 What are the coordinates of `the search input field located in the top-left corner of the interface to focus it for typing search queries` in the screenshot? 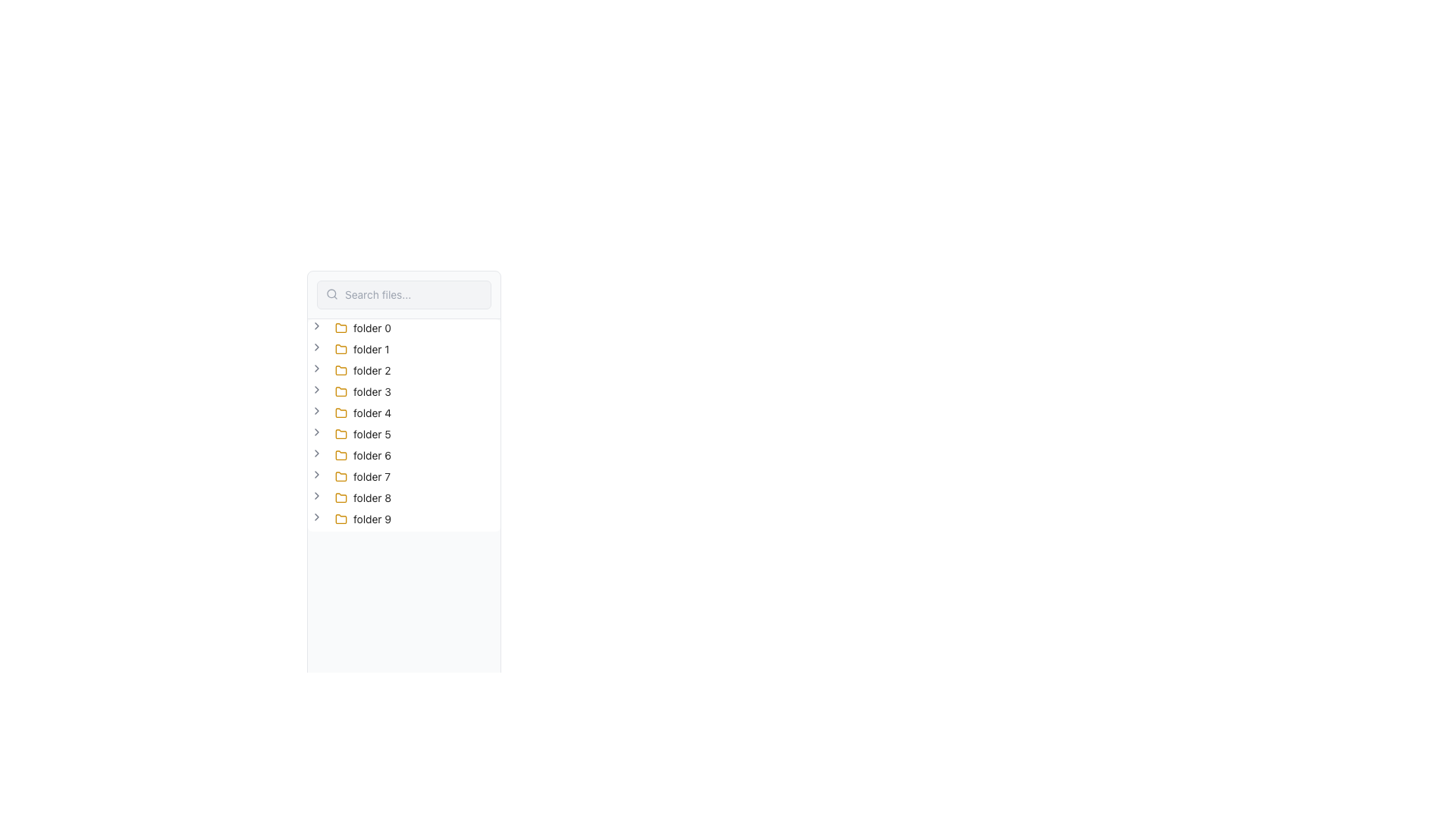 It's located at (403, 295).